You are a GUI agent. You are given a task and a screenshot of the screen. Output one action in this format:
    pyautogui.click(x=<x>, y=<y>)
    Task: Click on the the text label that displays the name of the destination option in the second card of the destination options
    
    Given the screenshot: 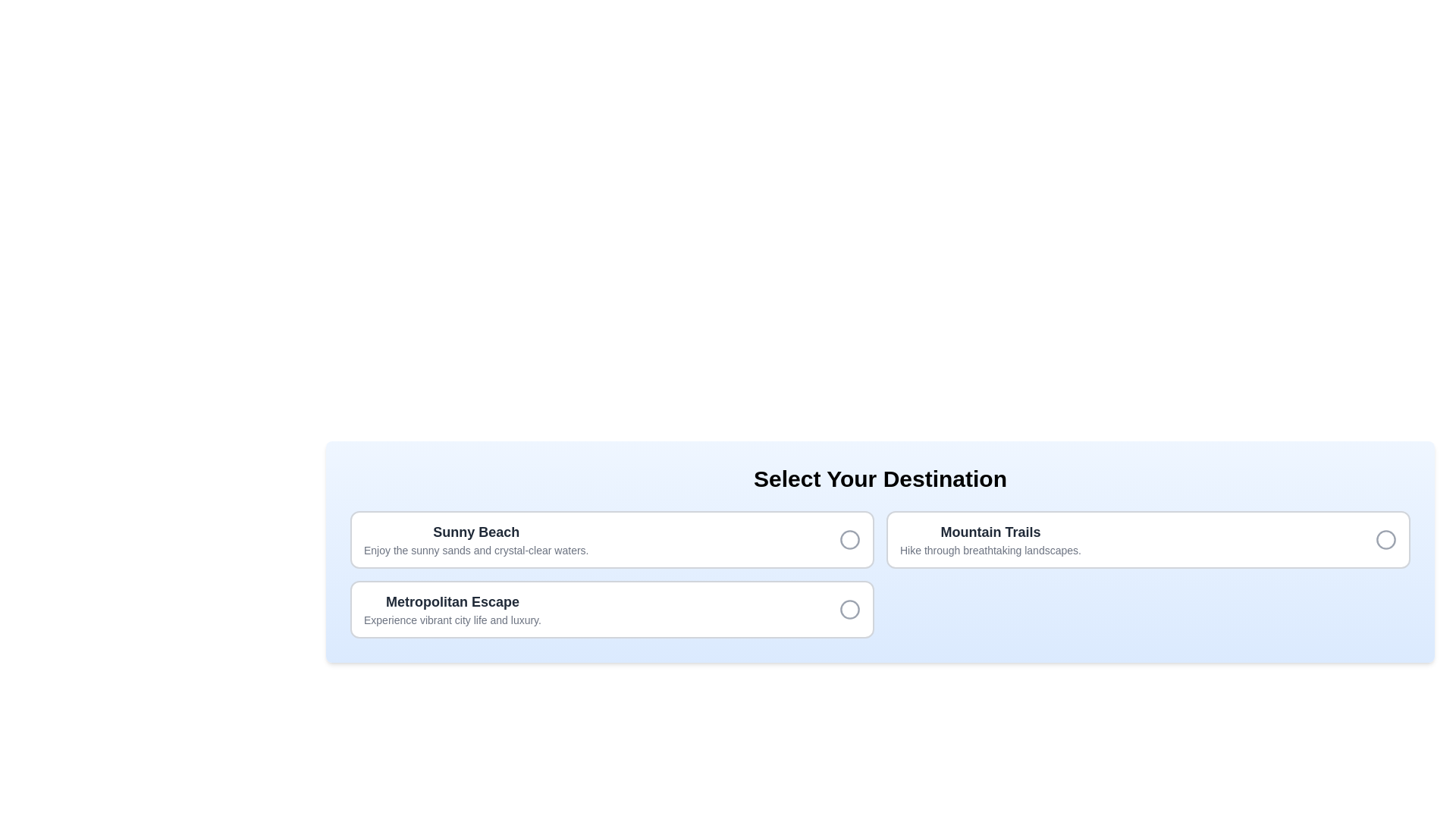 What is the action you would take?
    pyautogui.click(x=451, y=601)
    